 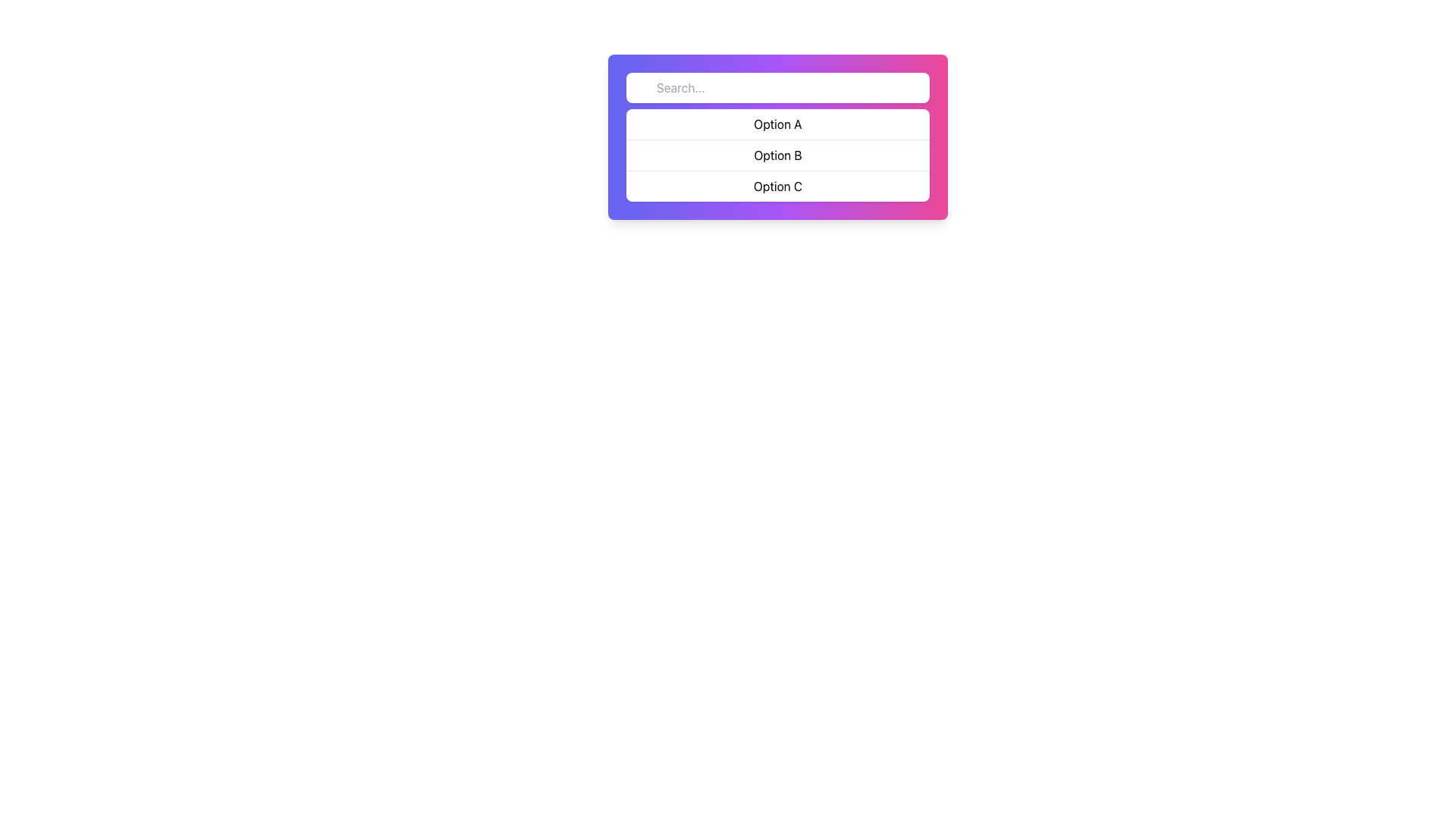 I want to click on the 'Option C' Text button in the dropdown menu, so click(x=778, y=185).